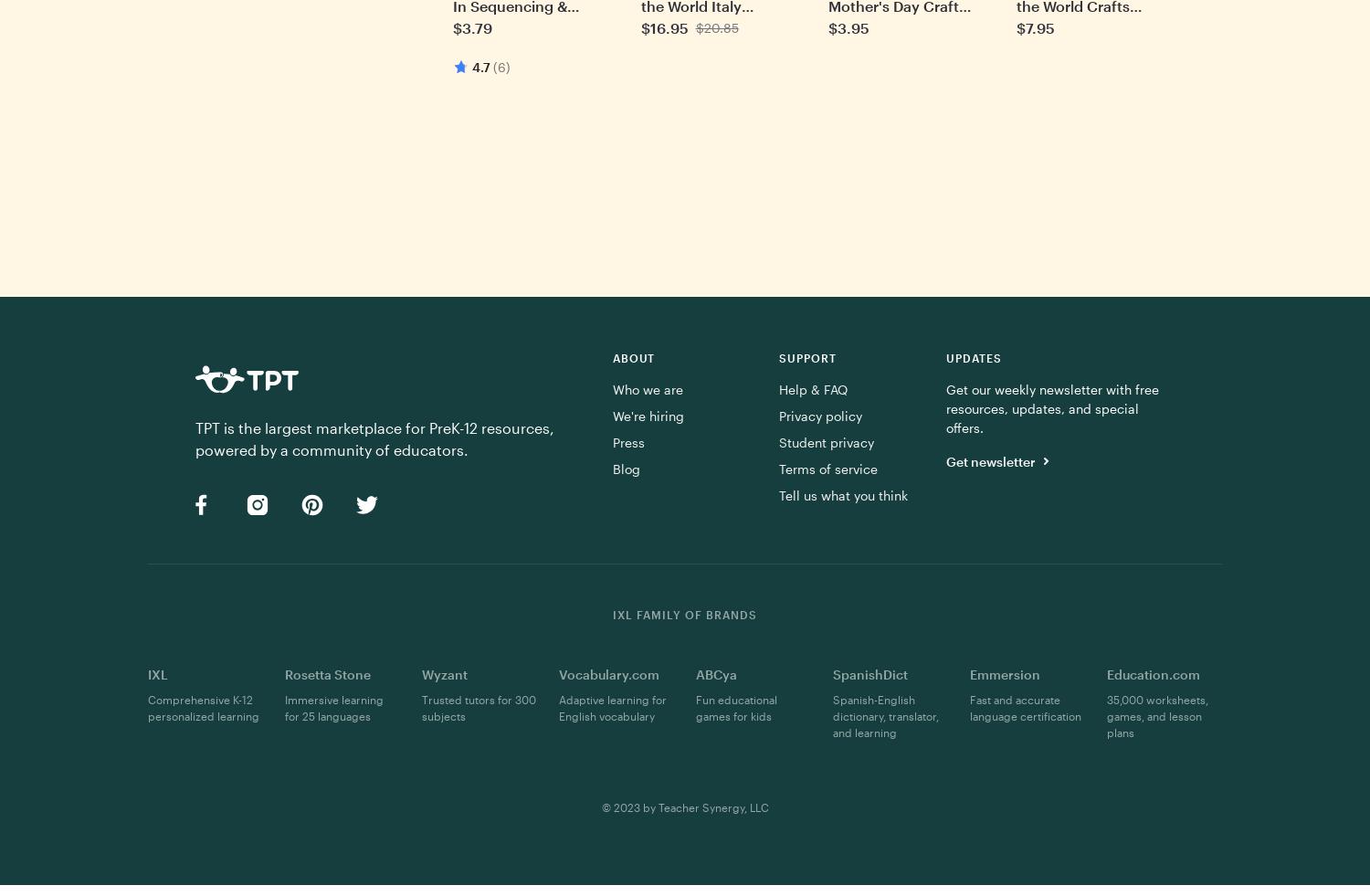 The image size is (1370, 896). What do you see at coordinates (148, 707) in the screenshot?
I see `'Comprehensive K-12 personalized learning'` at bounding box center [148, 707].